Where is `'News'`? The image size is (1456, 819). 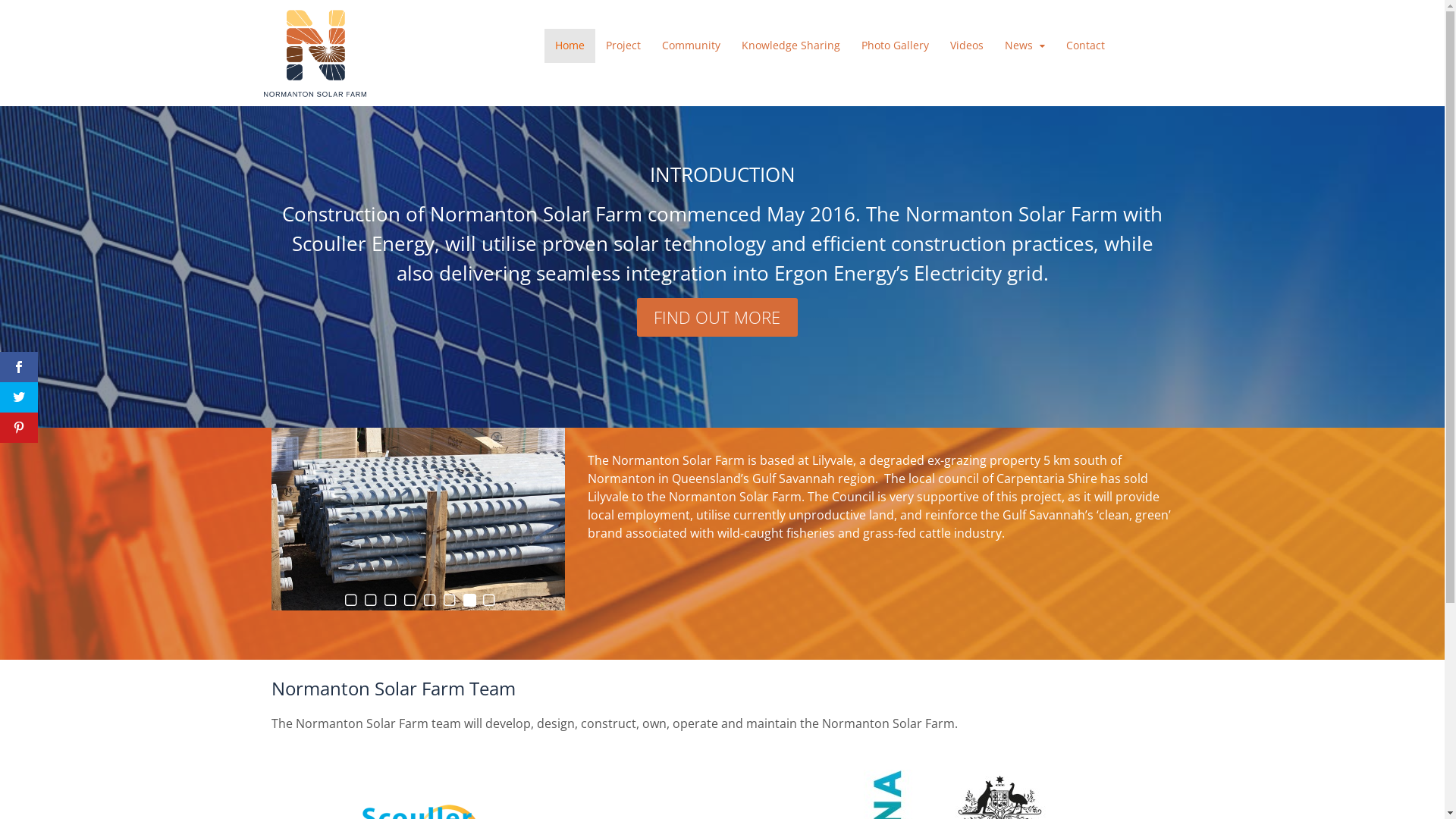 'News' is located at coordinates (1025, 45).